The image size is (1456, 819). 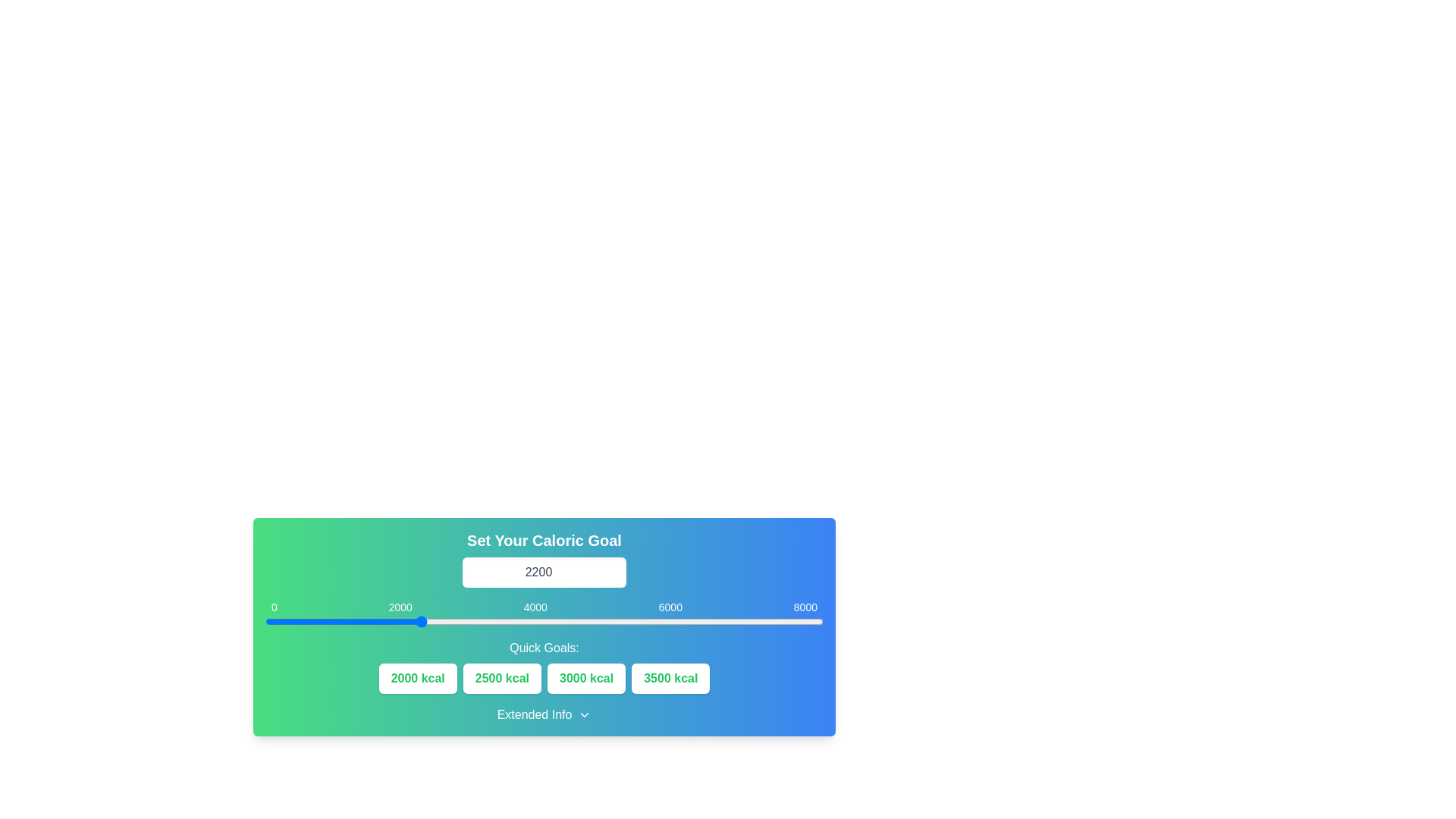 I want to click on the Static Text Label displaying 'Extended Info', which is styled with white text color and located within the 'Quick Goals:' section, positioned bottom-center of the interface, left of the chevron-down icon, so click(x=535, y=714).